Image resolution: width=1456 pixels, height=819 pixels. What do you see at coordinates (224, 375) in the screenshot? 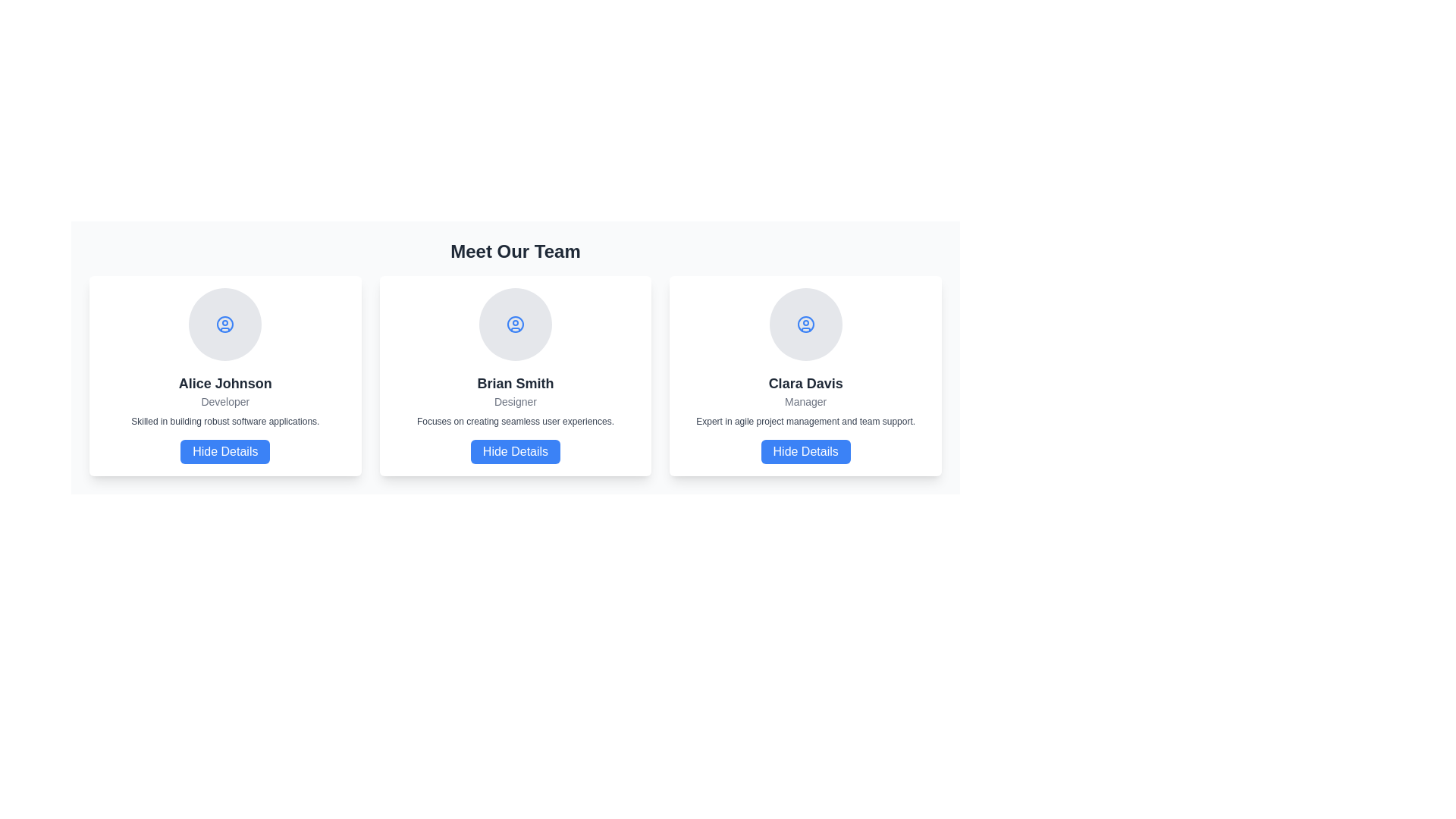
I see `the circular profile icon located at the top of the Profile card labeled 'Alice Johnson'` at bounding box center [224, 375].